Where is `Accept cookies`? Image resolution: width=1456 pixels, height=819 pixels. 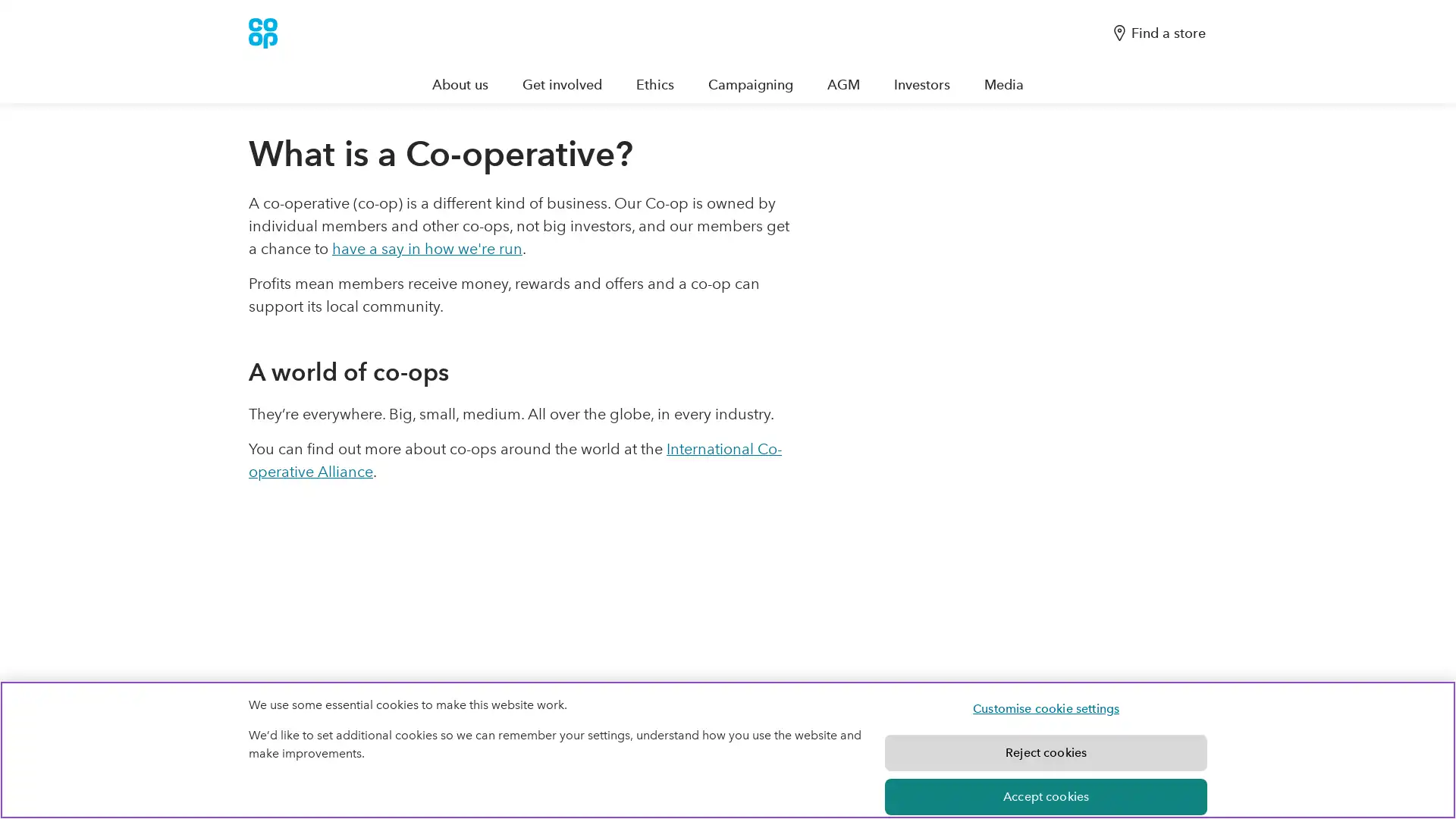
Accept cookies is located at coordinates (1044, 795).